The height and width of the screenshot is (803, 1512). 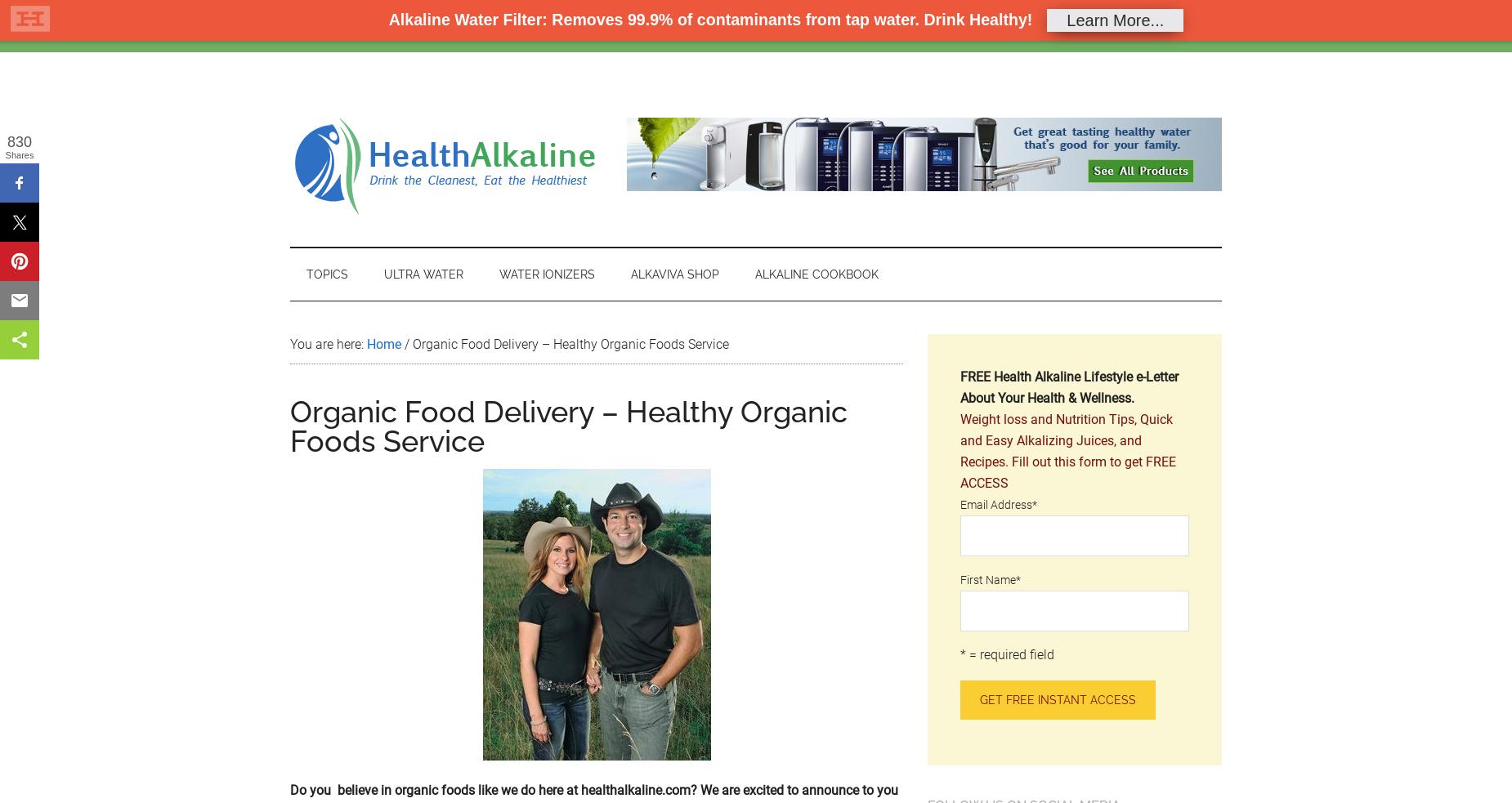 I want to click on 'Alkaline Cookbook', so click(x=816, y=273).